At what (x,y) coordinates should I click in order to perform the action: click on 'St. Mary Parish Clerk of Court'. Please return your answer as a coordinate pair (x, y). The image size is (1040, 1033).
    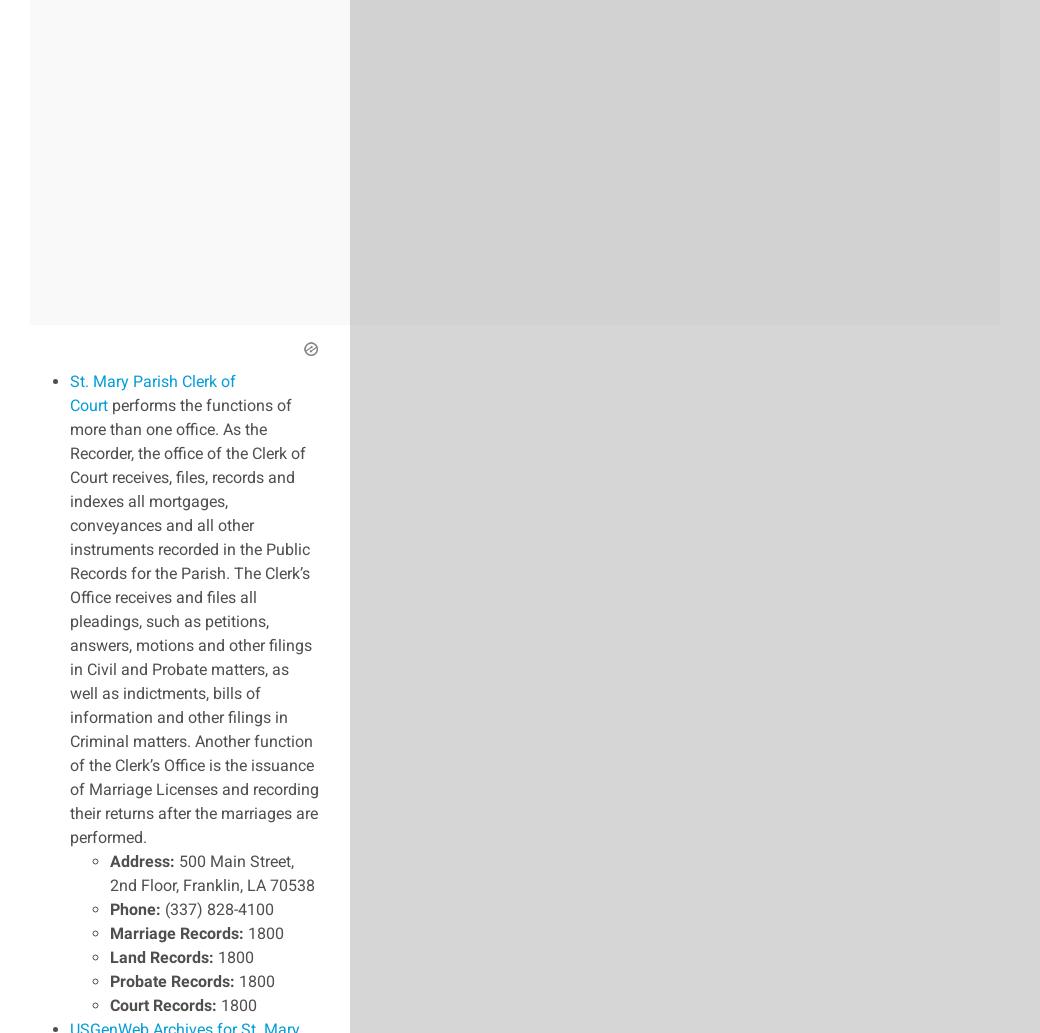
    Looking at the image, I should click on (152, 392).